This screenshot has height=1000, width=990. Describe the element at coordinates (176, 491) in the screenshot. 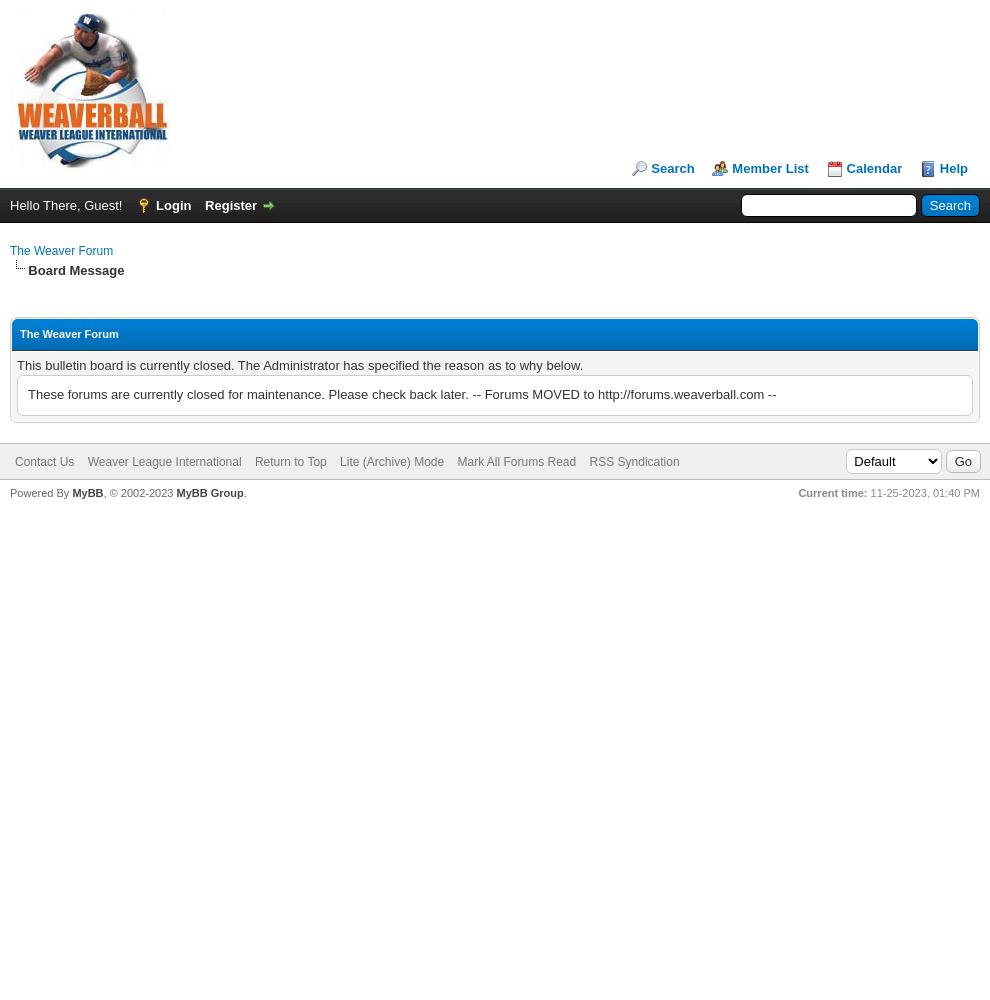

I see `'MyBB Group'` at that location.